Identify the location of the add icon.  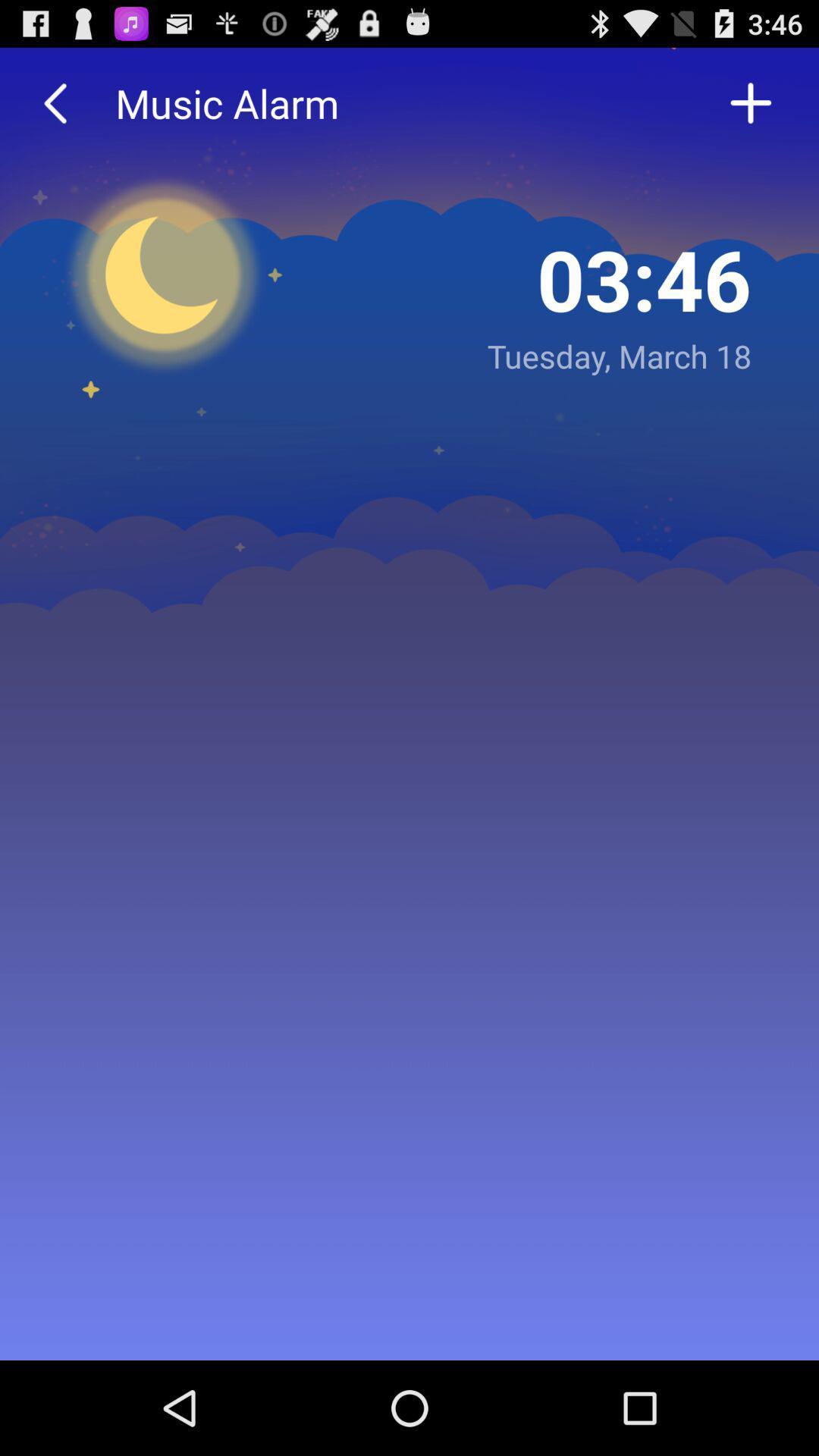
(751, 110).